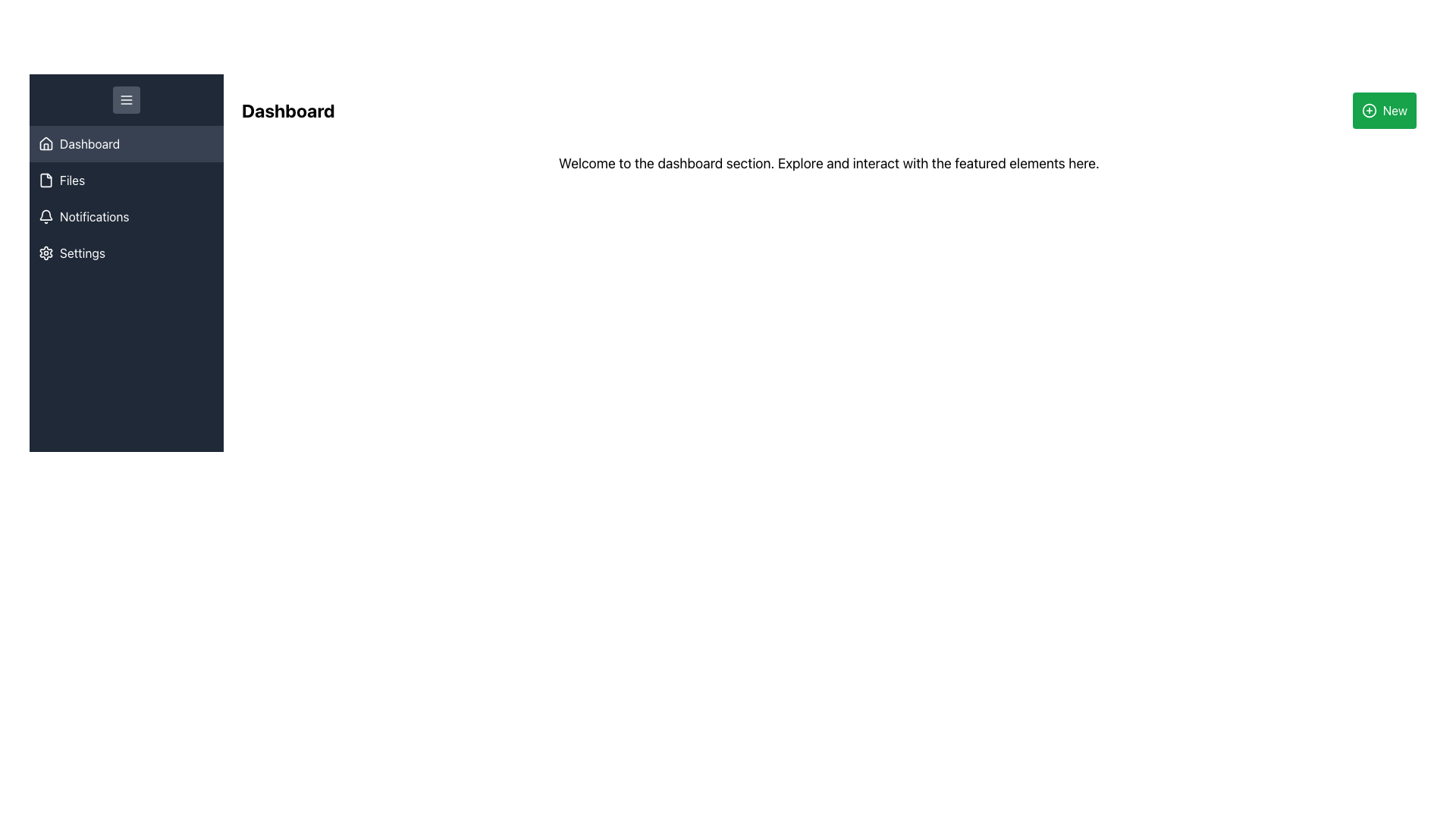 This screenshot has height=819, width=1456. What do you see at coordinates (1369, 110) in the screenshot?
I see `the circular icon with a plus symbol inside the green button labeled 'New', located in the top-right corner of the interface` at bounding box center [1369, 110].